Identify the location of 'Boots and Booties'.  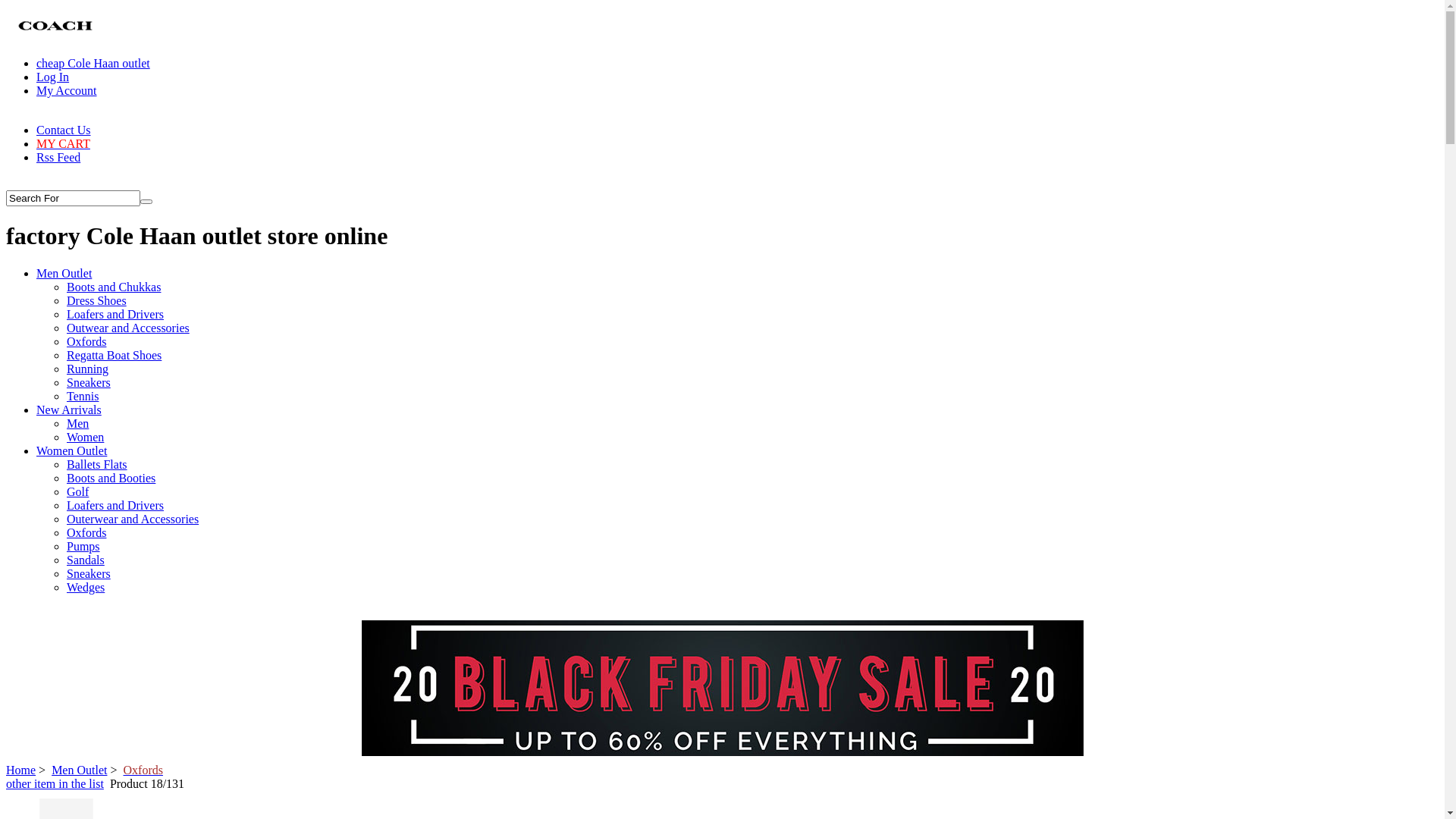
(65, 478).